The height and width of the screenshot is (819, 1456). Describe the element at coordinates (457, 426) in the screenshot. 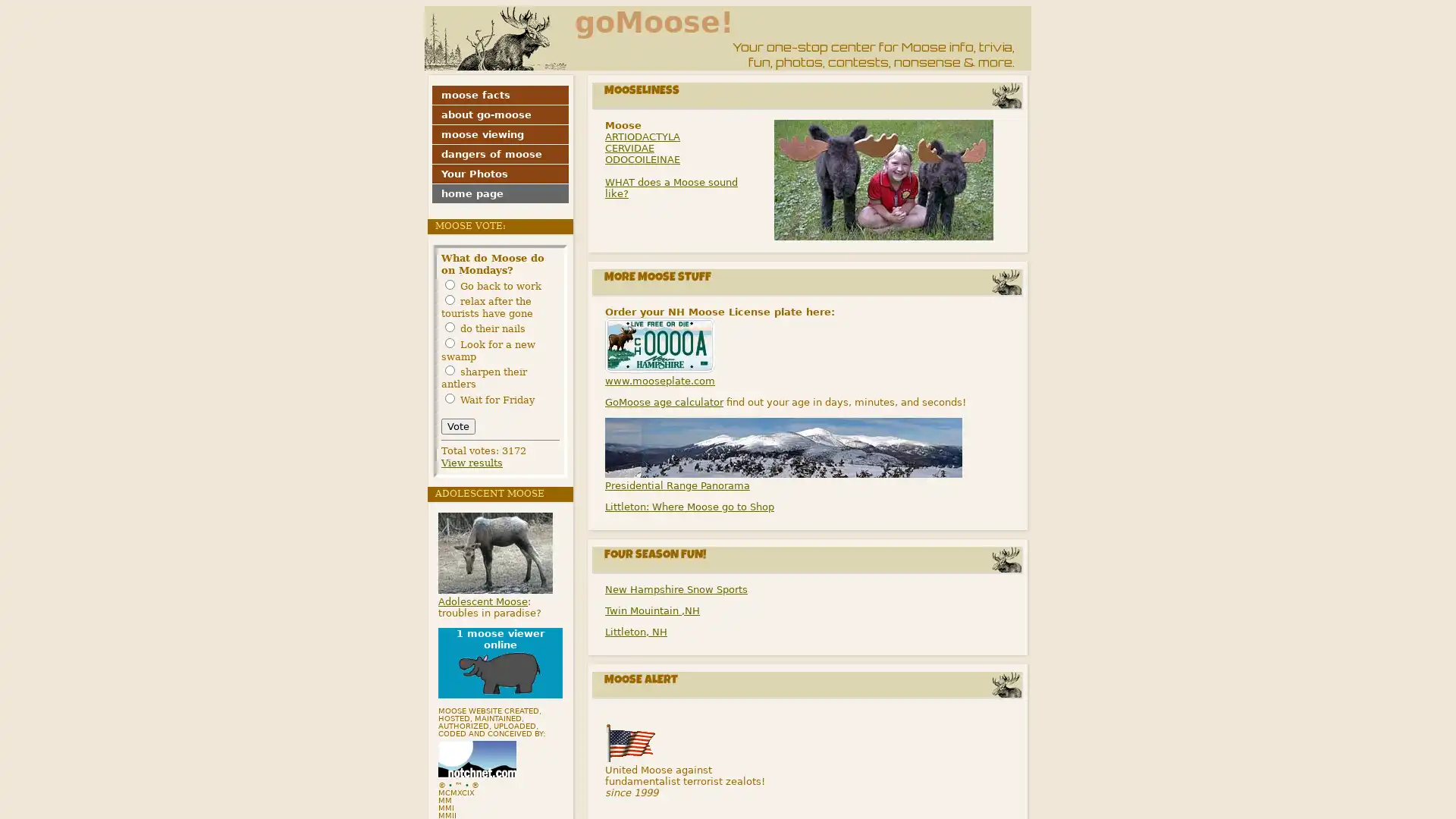

I see `Vote` at that location.